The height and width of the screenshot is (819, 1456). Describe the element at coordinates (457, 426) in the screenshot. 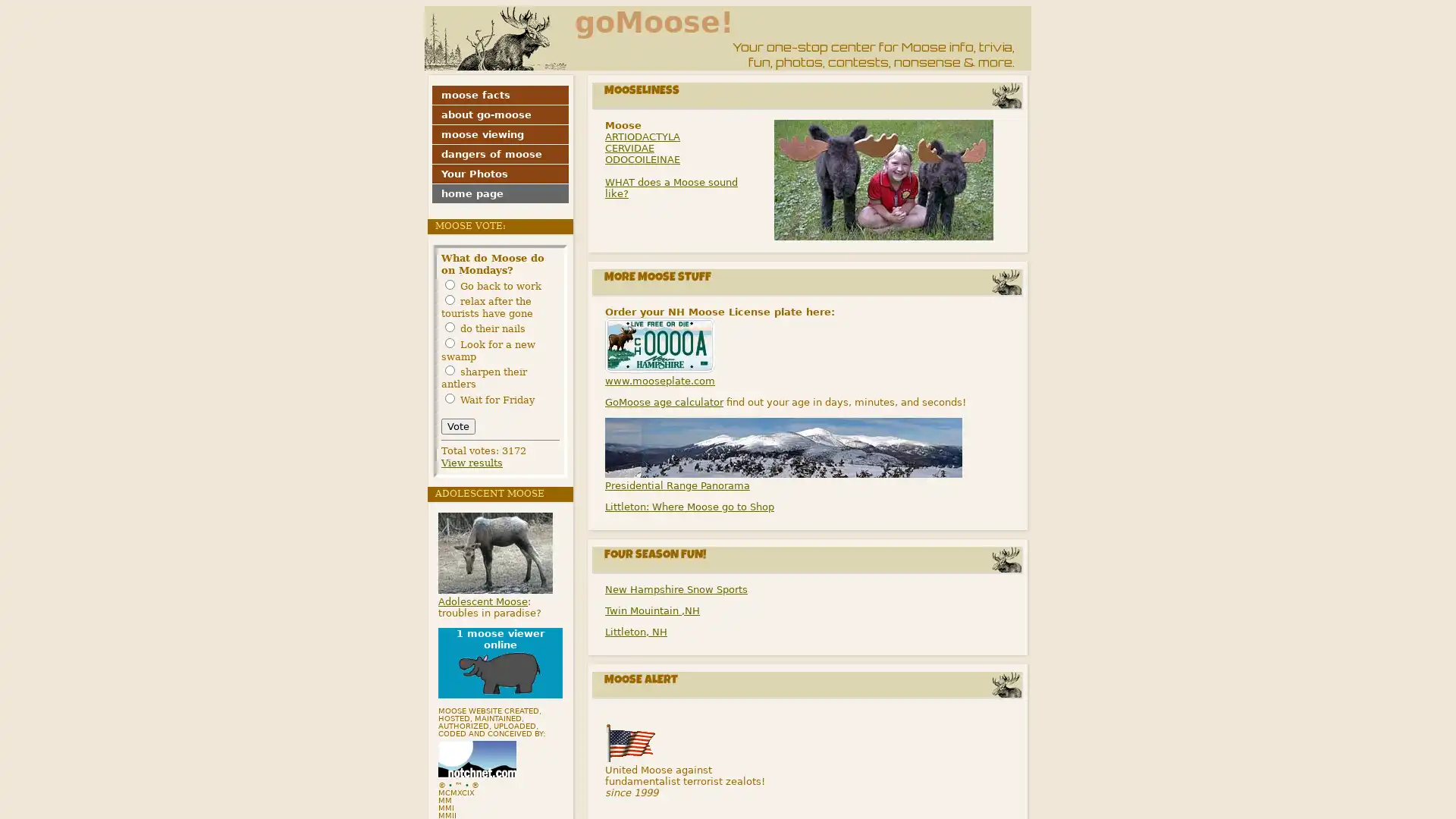

I see `Vote` at that location.